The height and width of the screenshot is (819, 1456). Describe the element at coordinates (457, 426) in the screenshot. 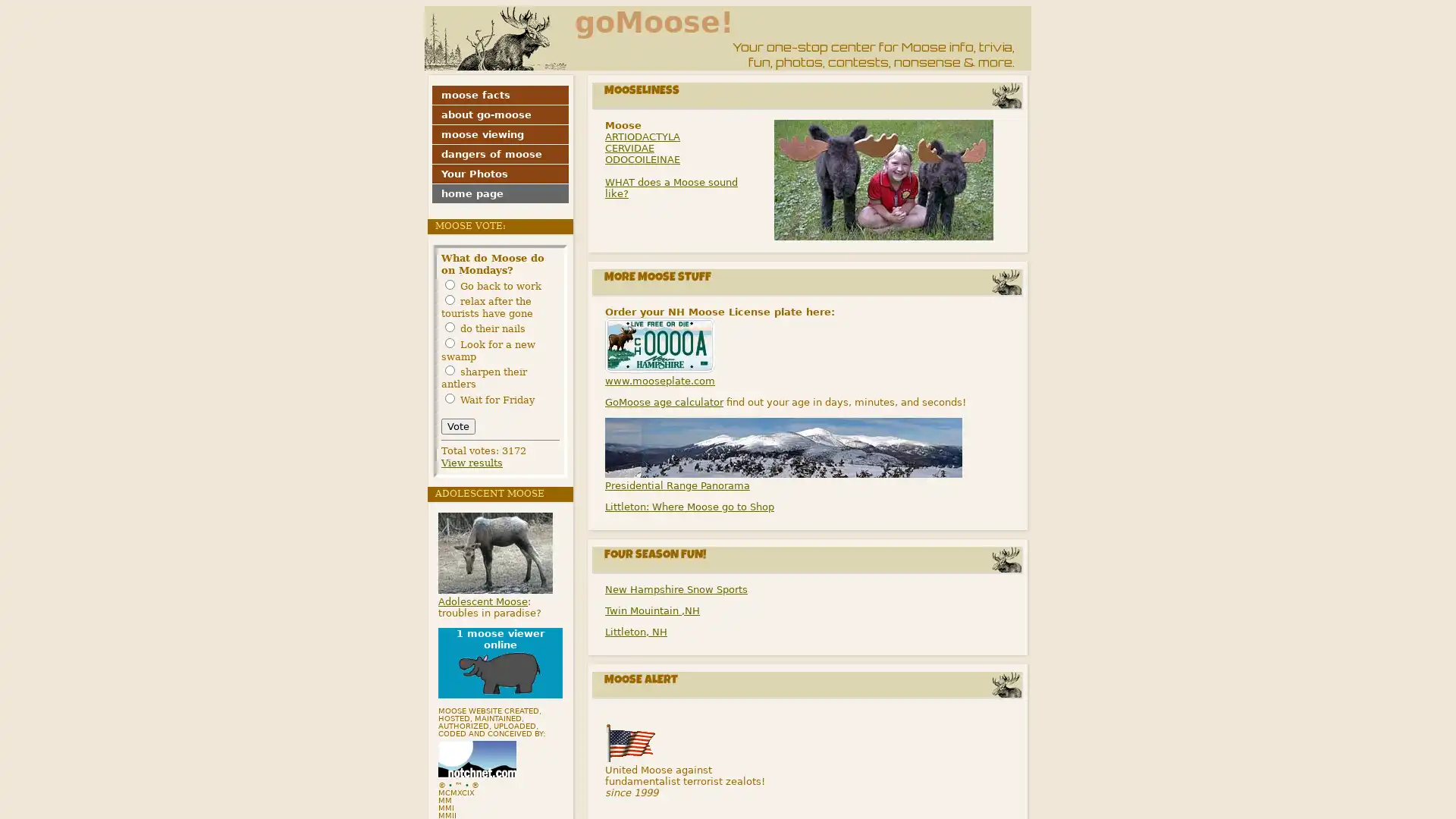

I see `Vote` at that location.